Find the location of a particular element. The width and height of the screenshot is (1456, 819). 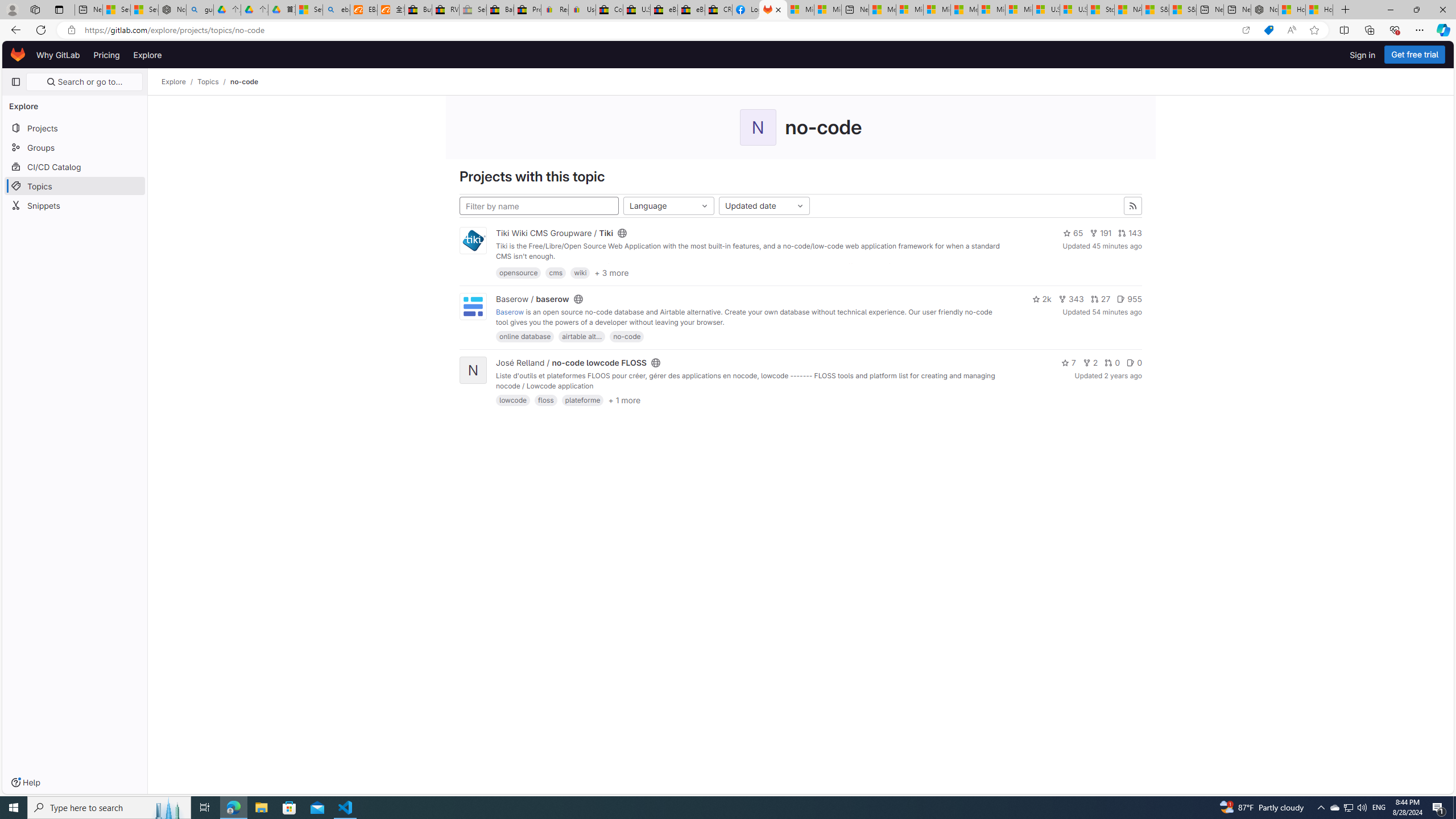

'Pricing' is located at coordinates (106, 54).